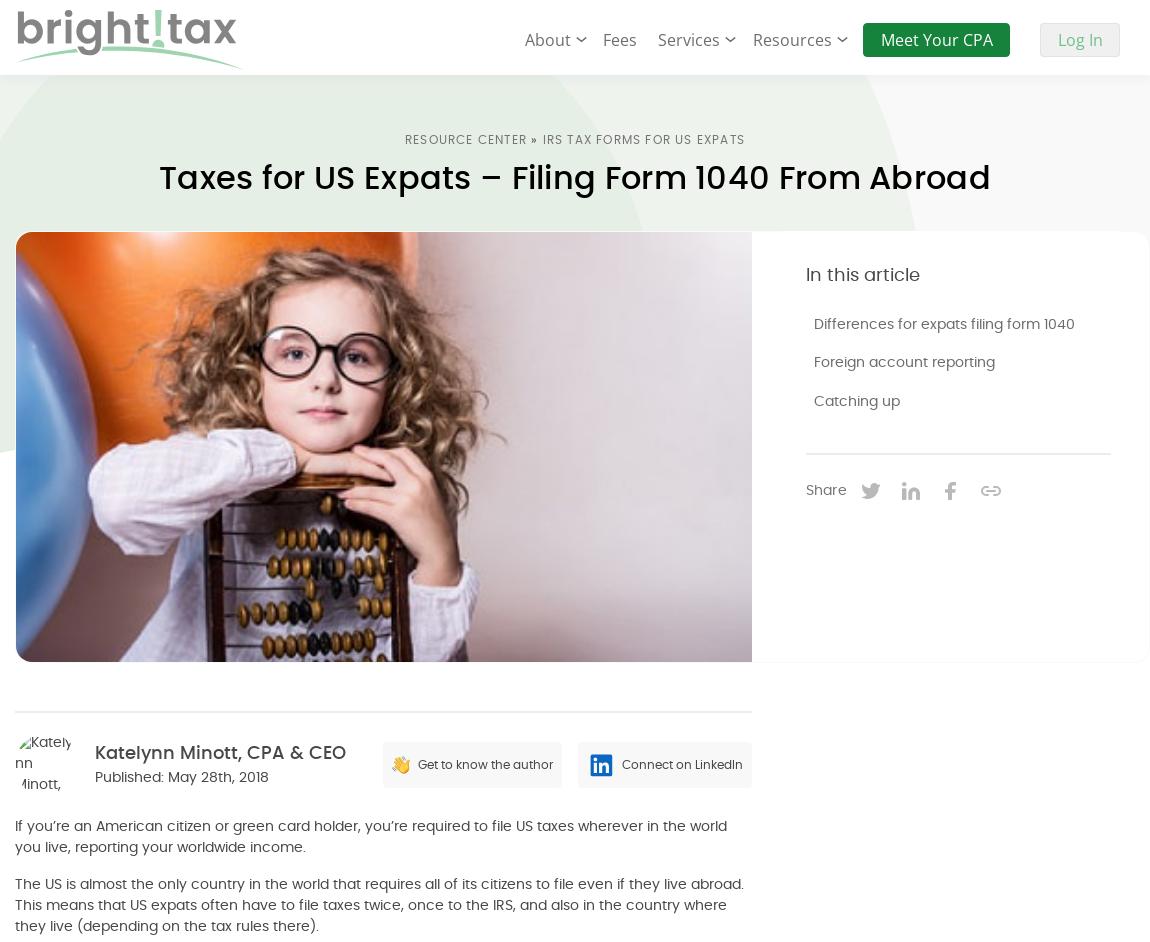 The width and height of the screenshot is (1150, 942). I want to click on 'Taxes for US Expats – Filing Form 1040 From Abroad', so click(575, 177).